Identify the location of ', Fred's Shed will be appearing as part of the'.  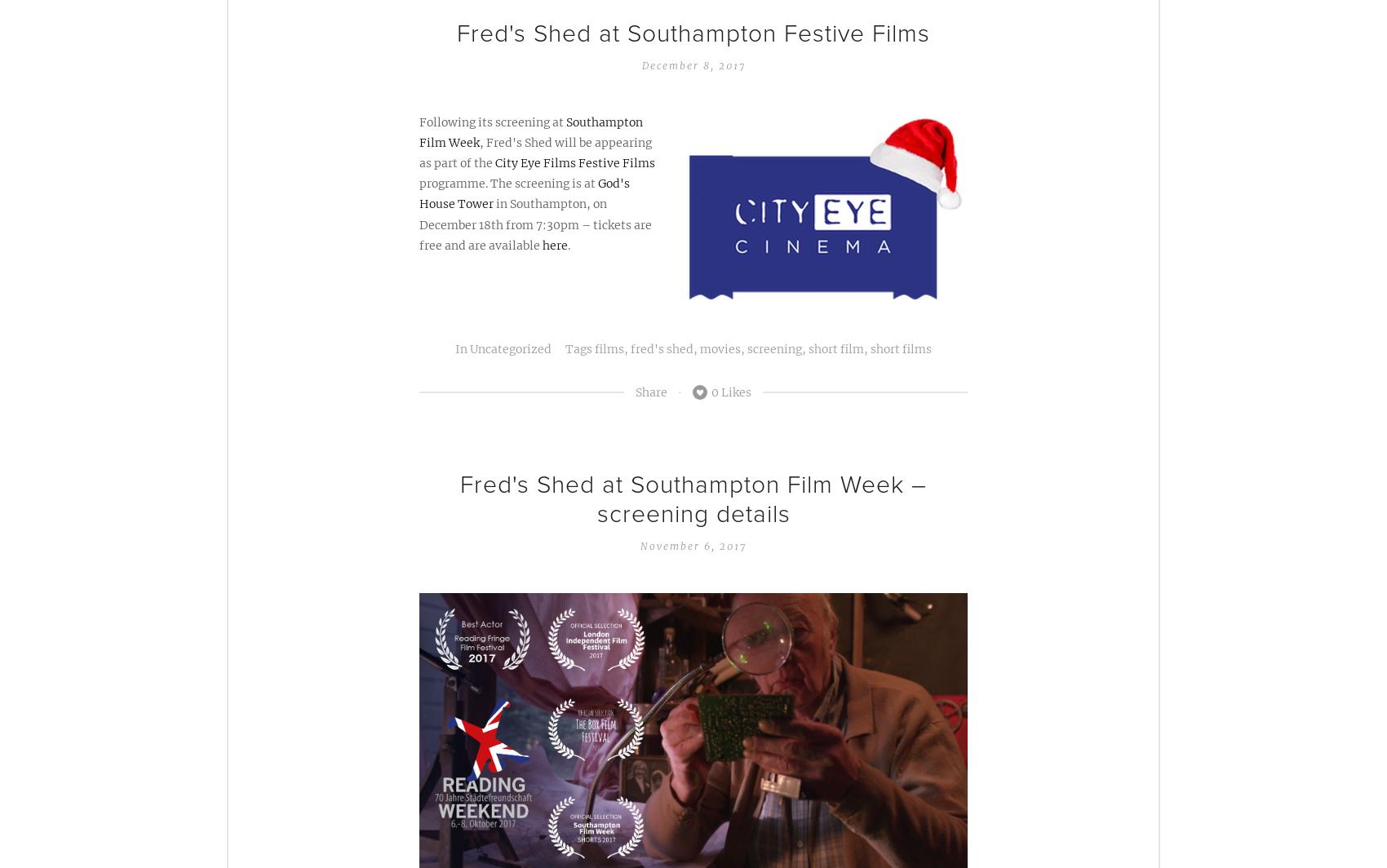
(535, 153).